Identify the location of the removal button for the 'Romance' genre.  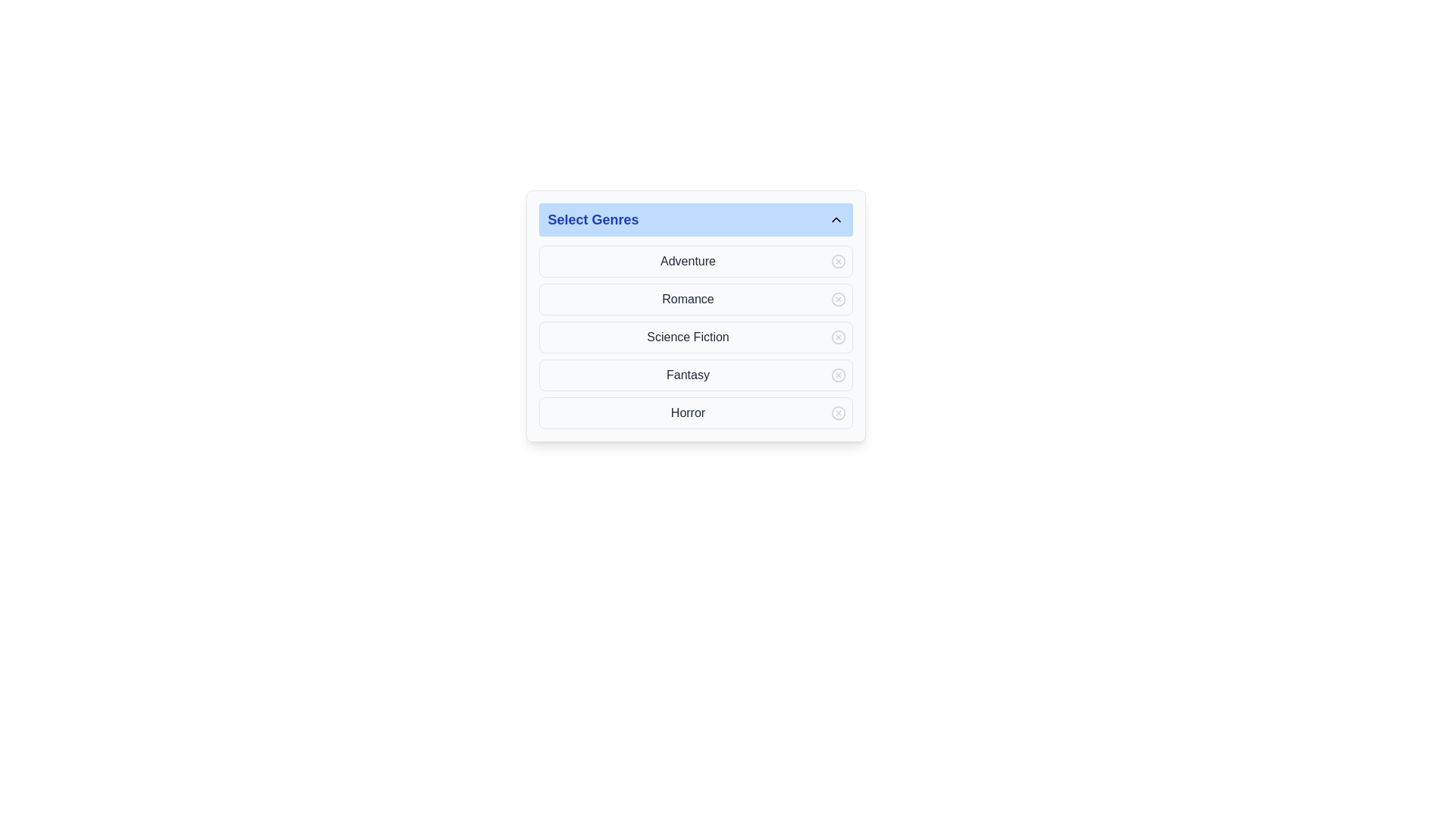
(837, 299).